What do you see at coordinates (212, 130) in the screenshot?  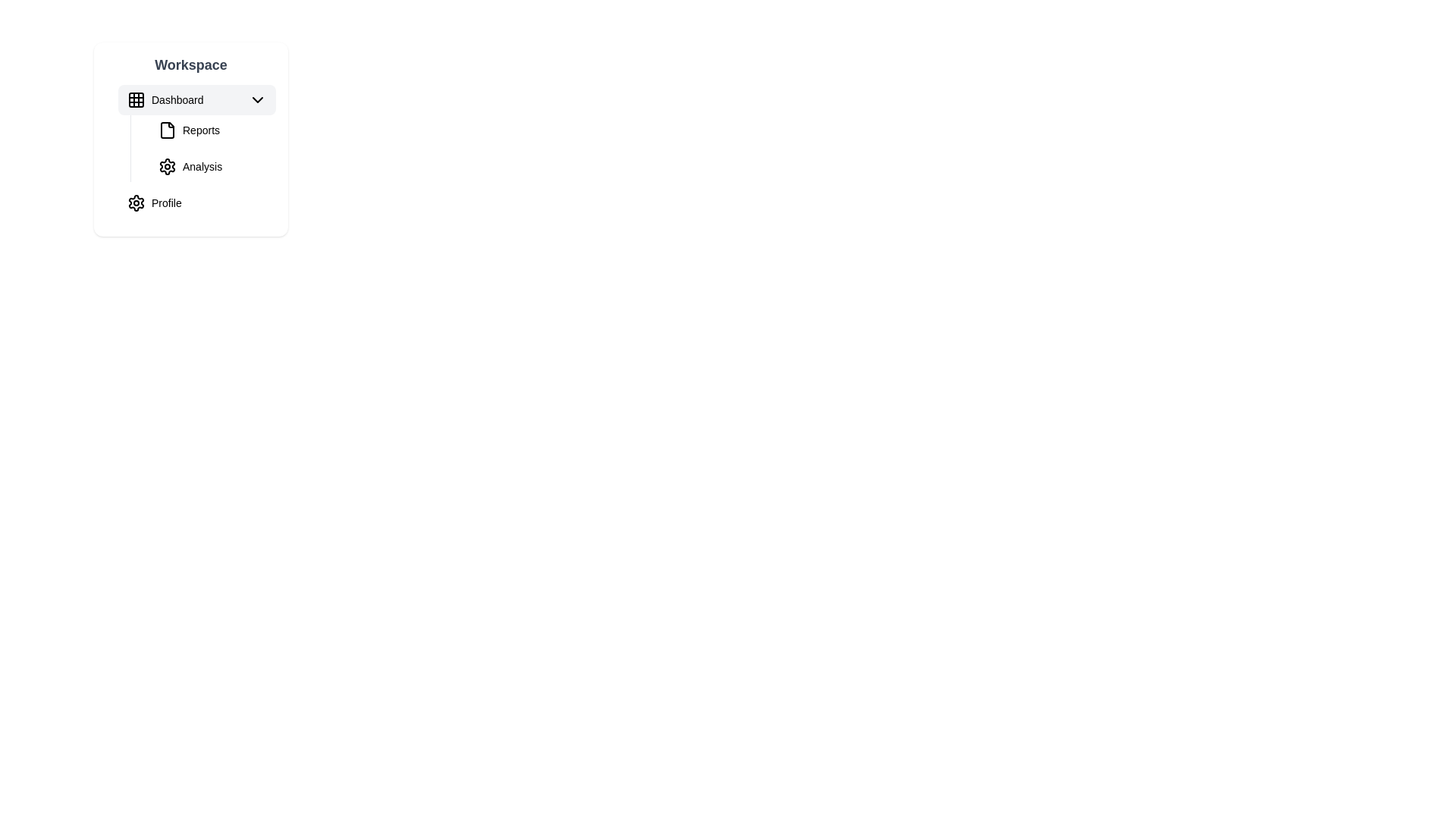 I see `the 'Reports' navigation link, which is styled with a bold sans-serif font and accompanied by a file document icon, located under the 'Workspace' section in the vertical list` at bounding box center [212, 130].